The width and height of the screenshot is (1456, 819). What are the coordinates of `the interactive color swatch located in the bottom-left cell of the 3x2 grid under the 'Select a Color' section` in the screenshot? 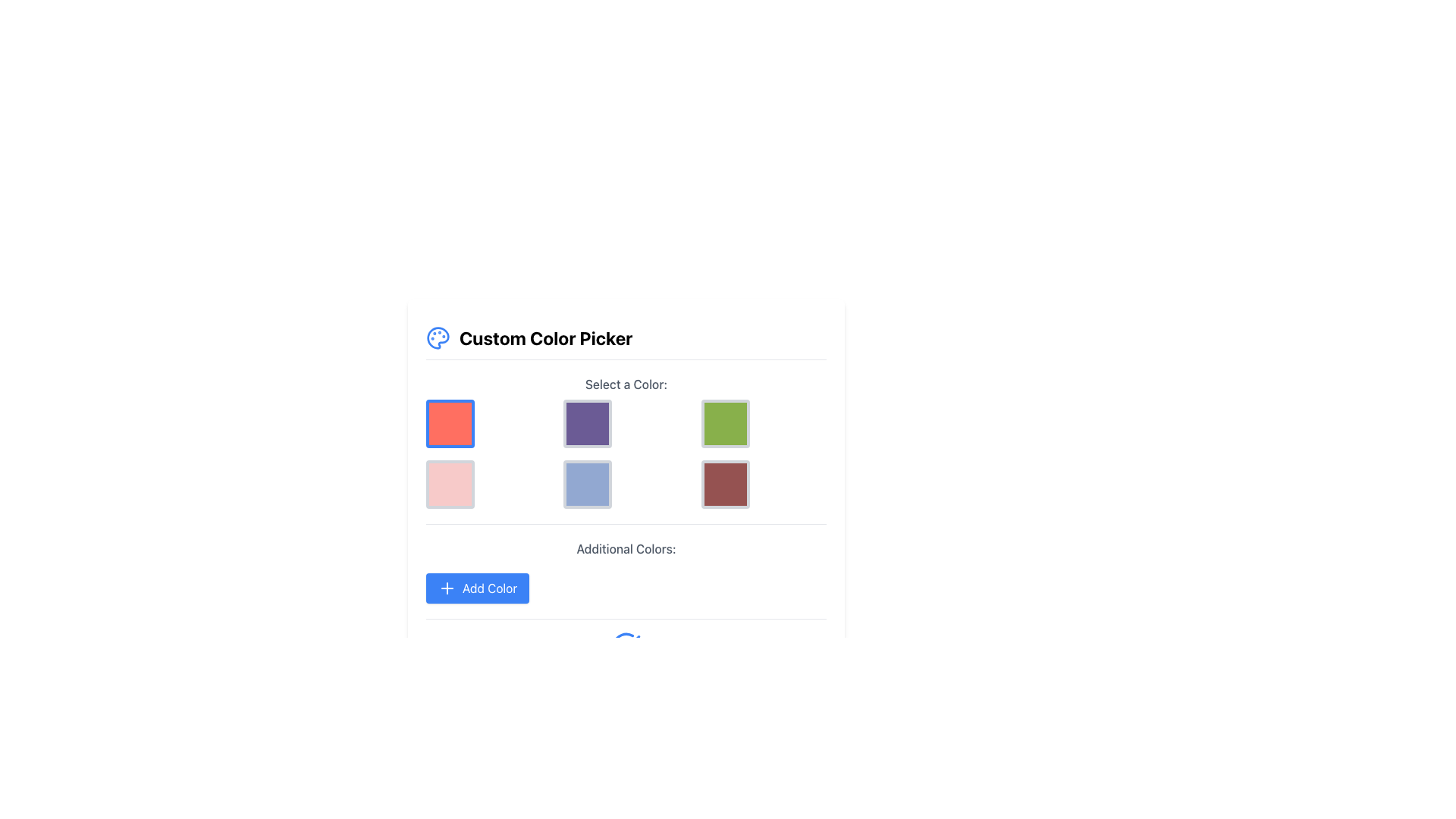 It's located at (450, 485).